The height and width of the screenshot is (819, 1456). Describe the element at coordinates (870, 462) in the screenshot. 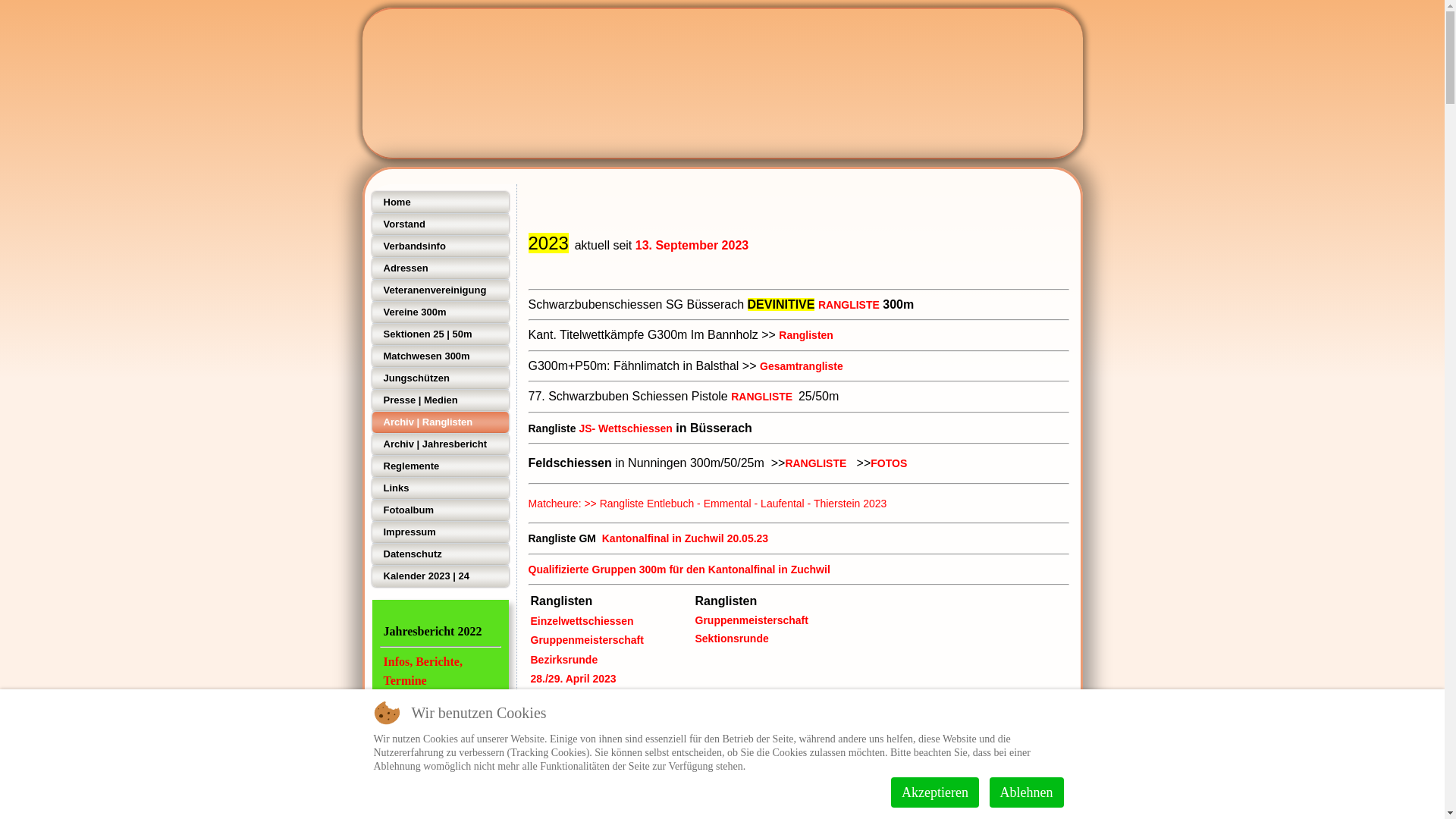

I see `'FOTOS'` at that location.